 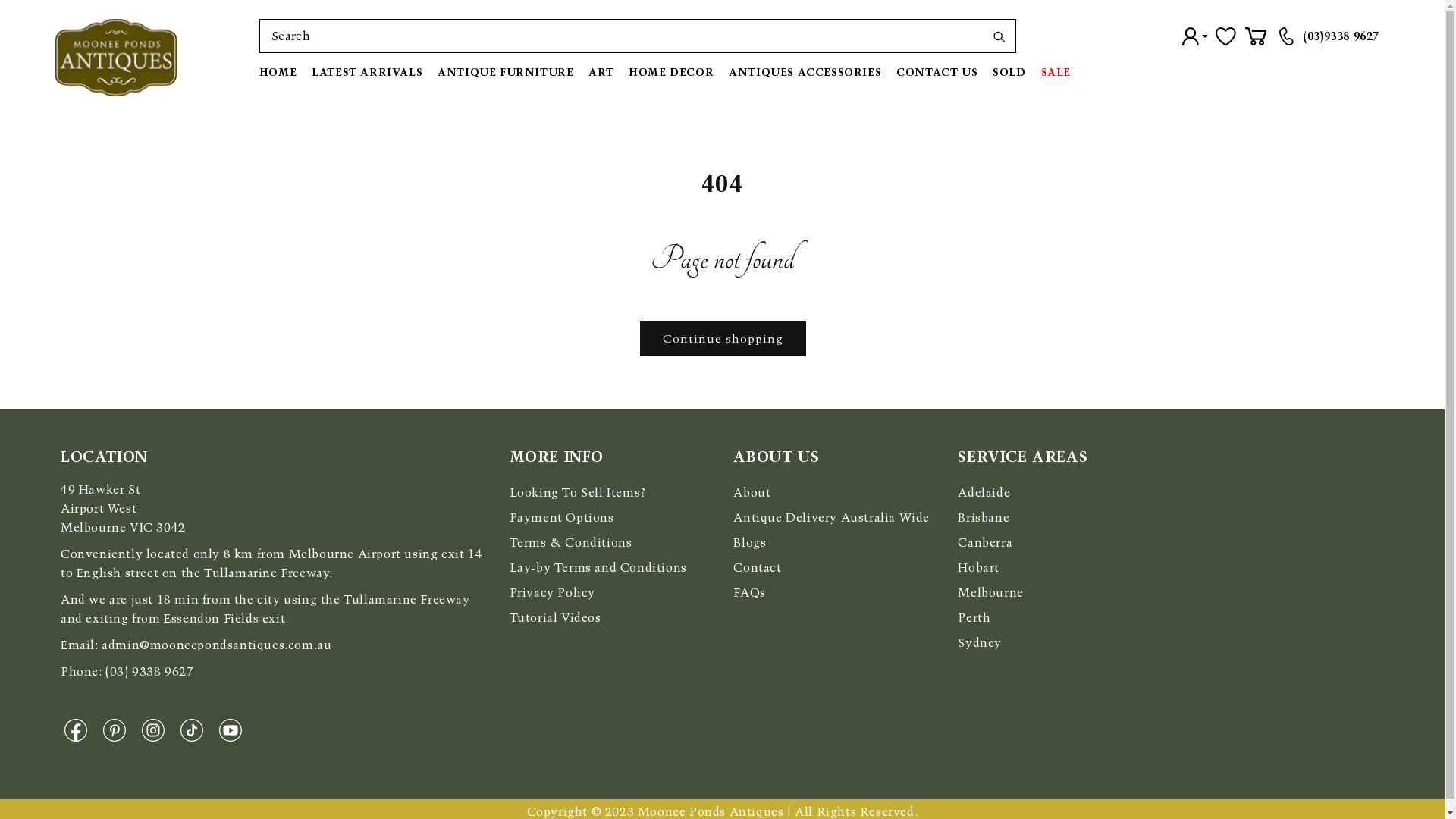 What do you see at coordinates (560, 516) in the screenshot?
I see `'Payment Options'` at bounding box center [560, 516].